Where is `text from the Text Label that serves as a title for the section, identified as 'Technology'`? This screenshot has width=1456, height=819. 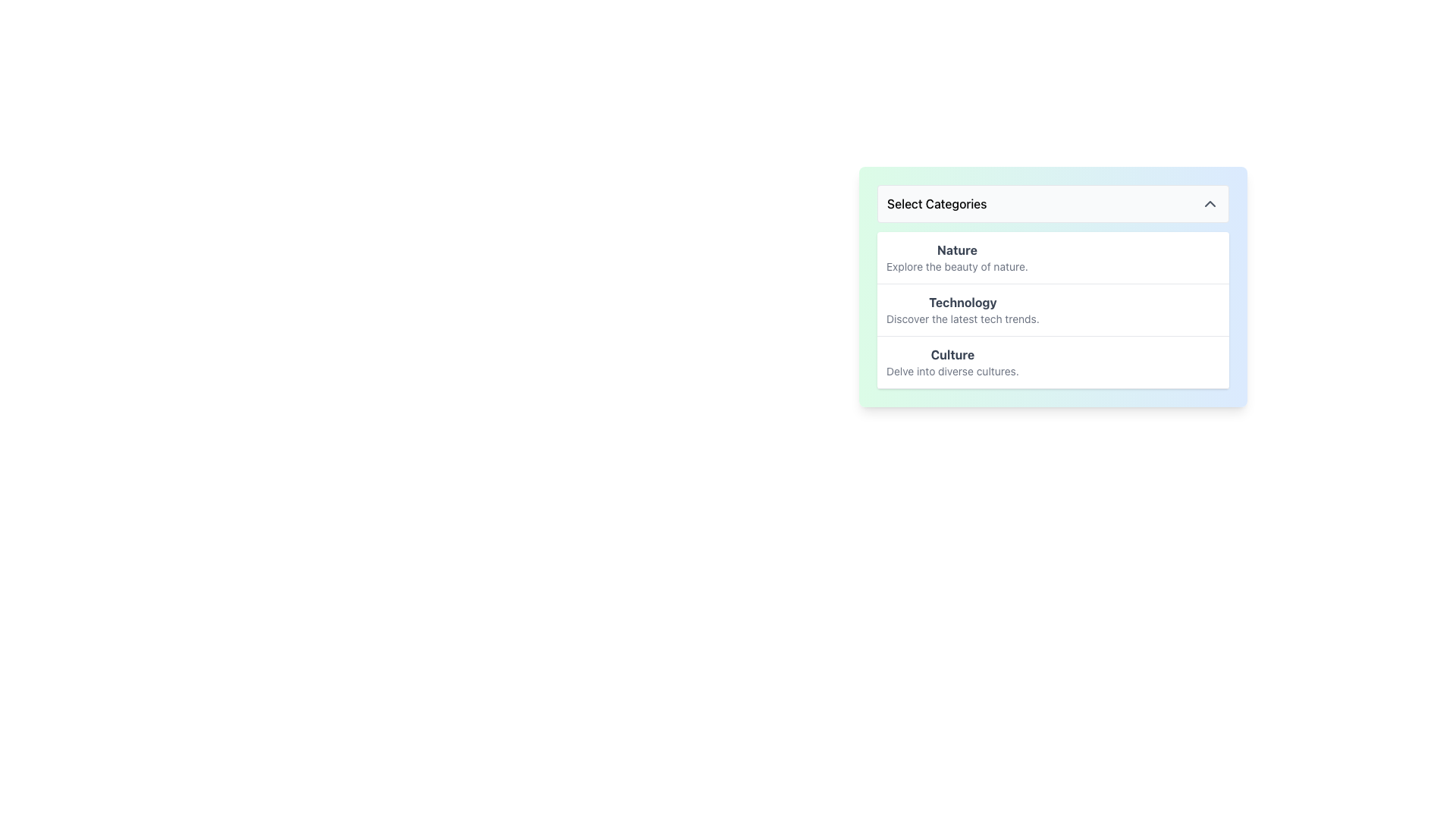 text from the Text Label that serves as a title for the section, identified as 'Technology' is located at coordinates (962, 302).